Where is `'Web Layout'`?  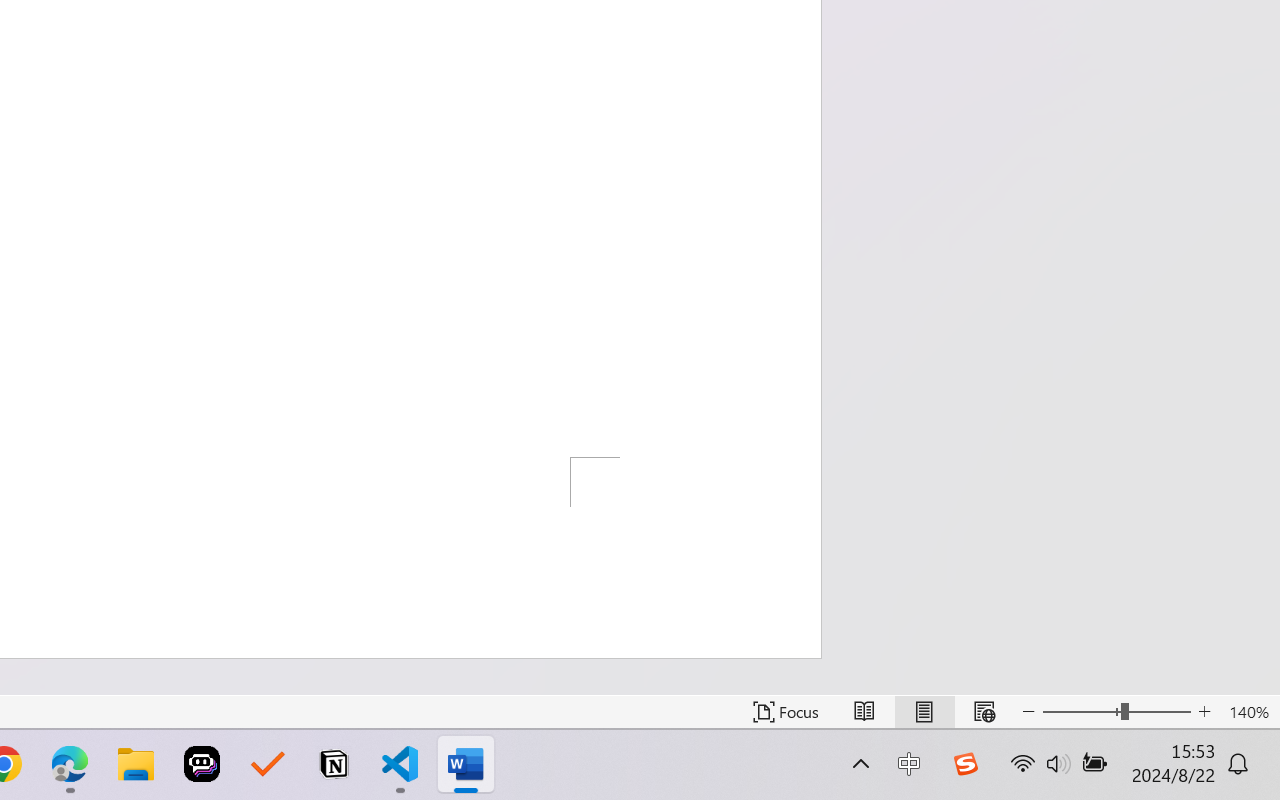 'Web Layout' is located at coordinates (984, 711).